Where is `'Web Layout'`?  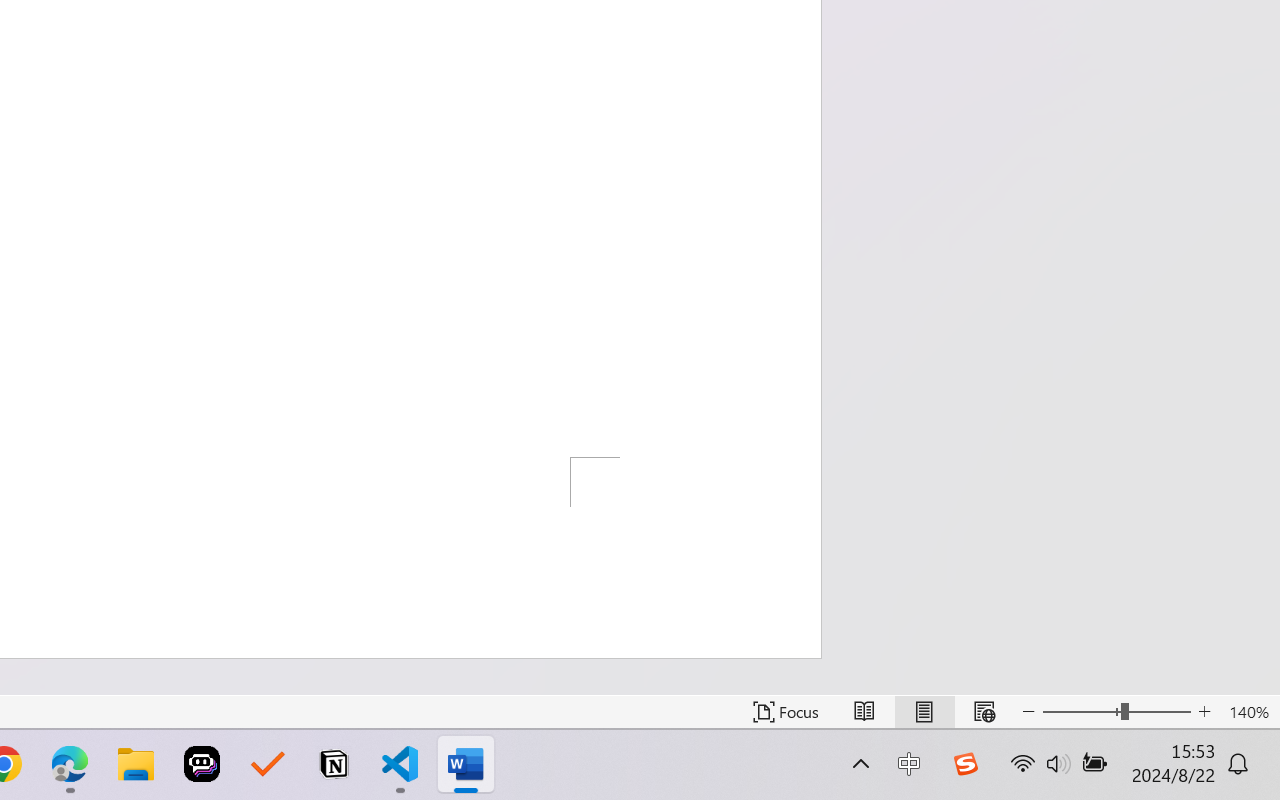 'Web Layout' is located at coordinates (984, 711).